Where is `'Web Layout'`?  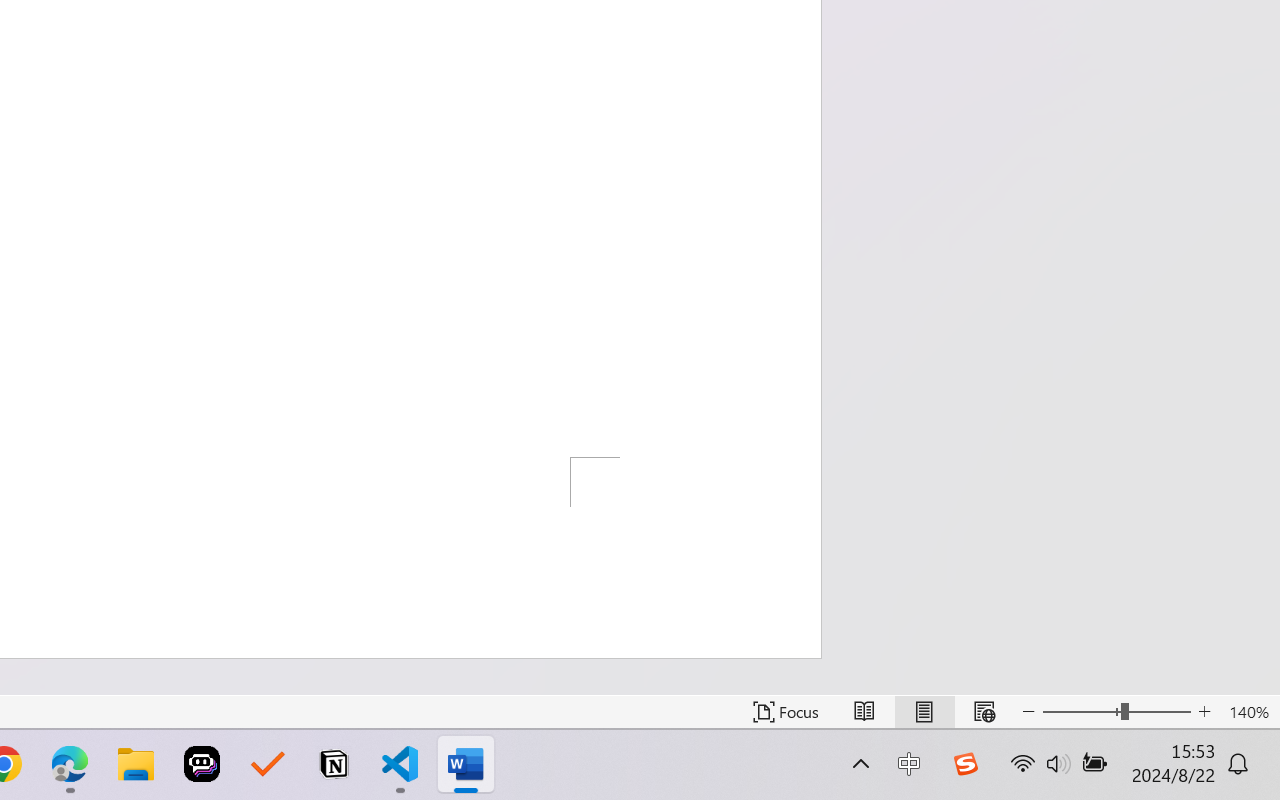 'Web Layout' is located at coordinates (984, 711).